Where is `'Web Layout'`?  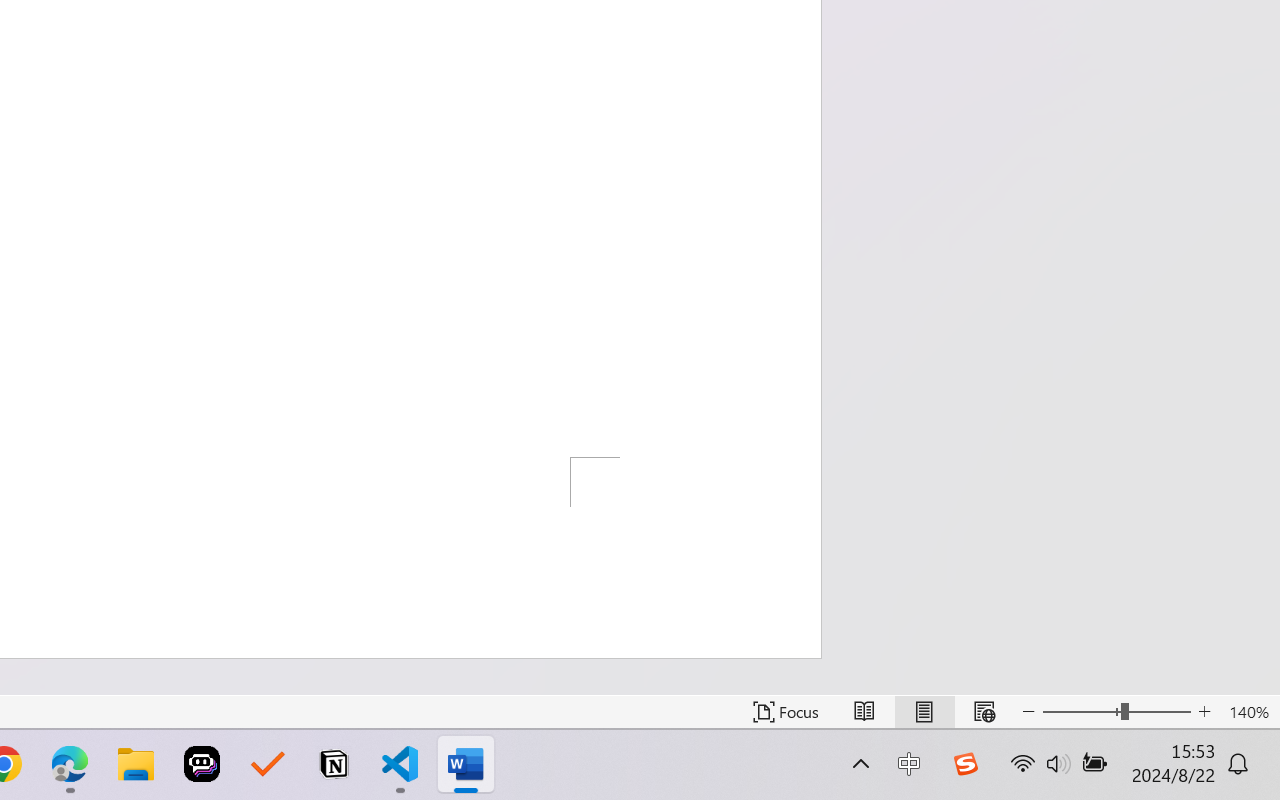 'Web Layout' is located at coordinates (984, 711).